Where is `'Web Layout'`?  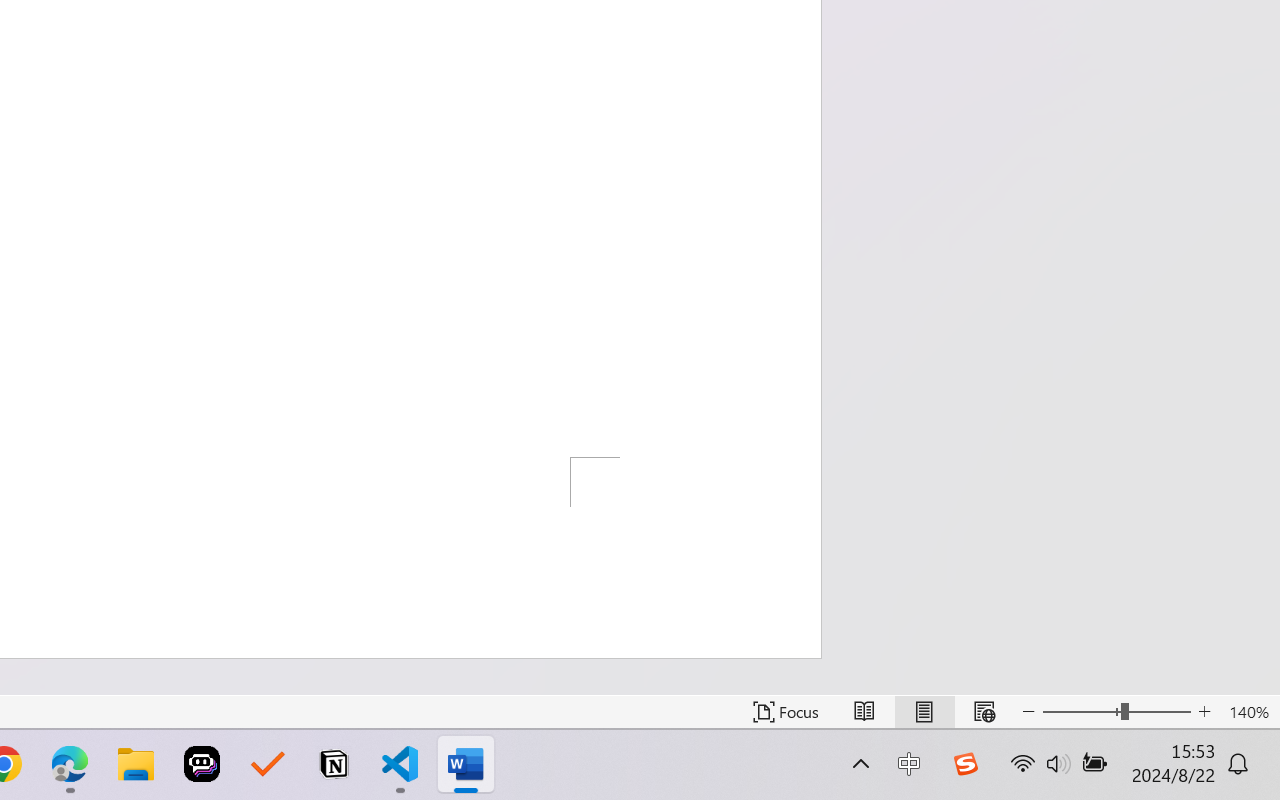 'Web Layout' is located at coordinates (984, 711).